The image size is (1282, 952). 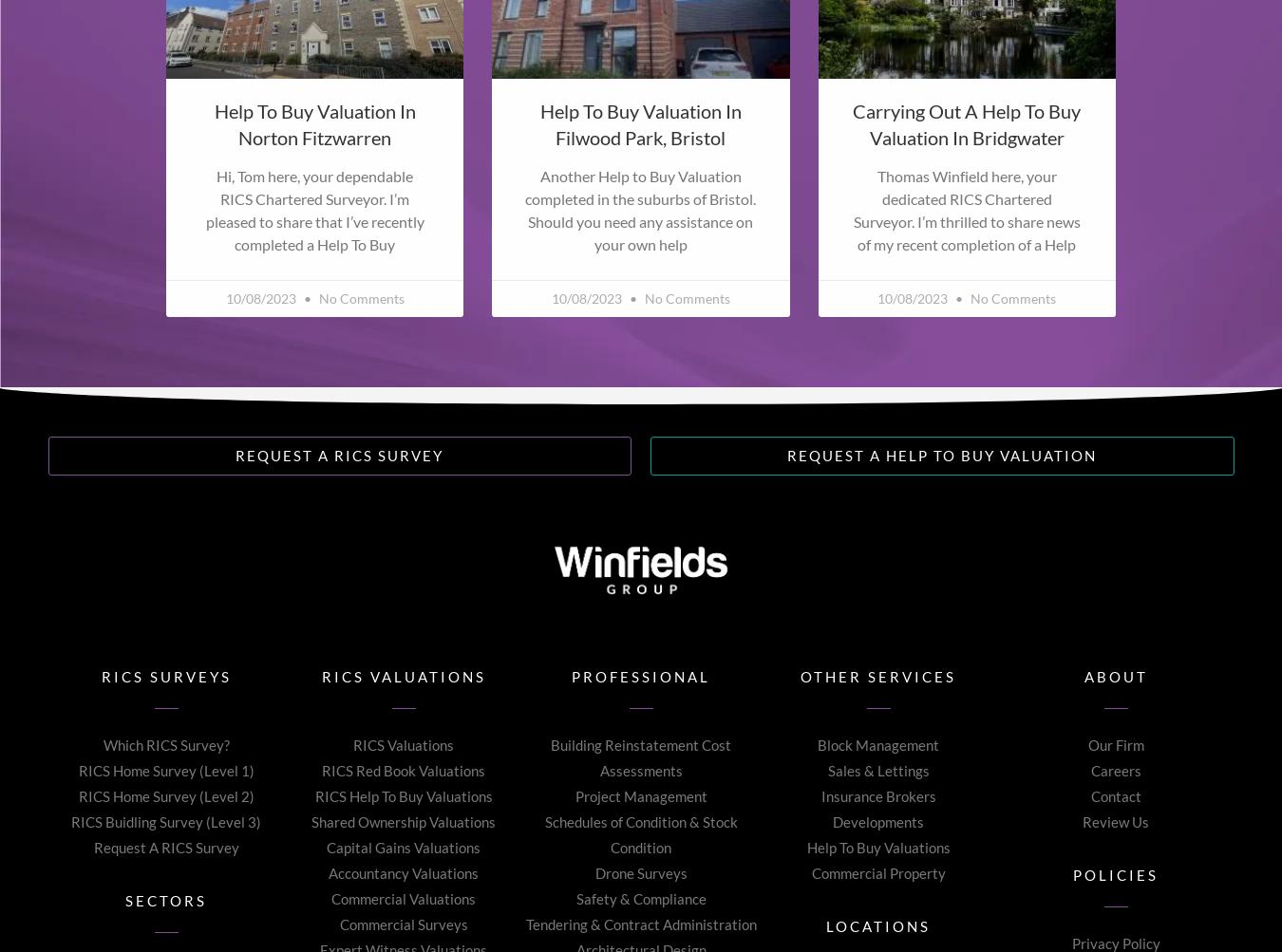 I want to click on 'Review Us', so click(x=1115, y=821).